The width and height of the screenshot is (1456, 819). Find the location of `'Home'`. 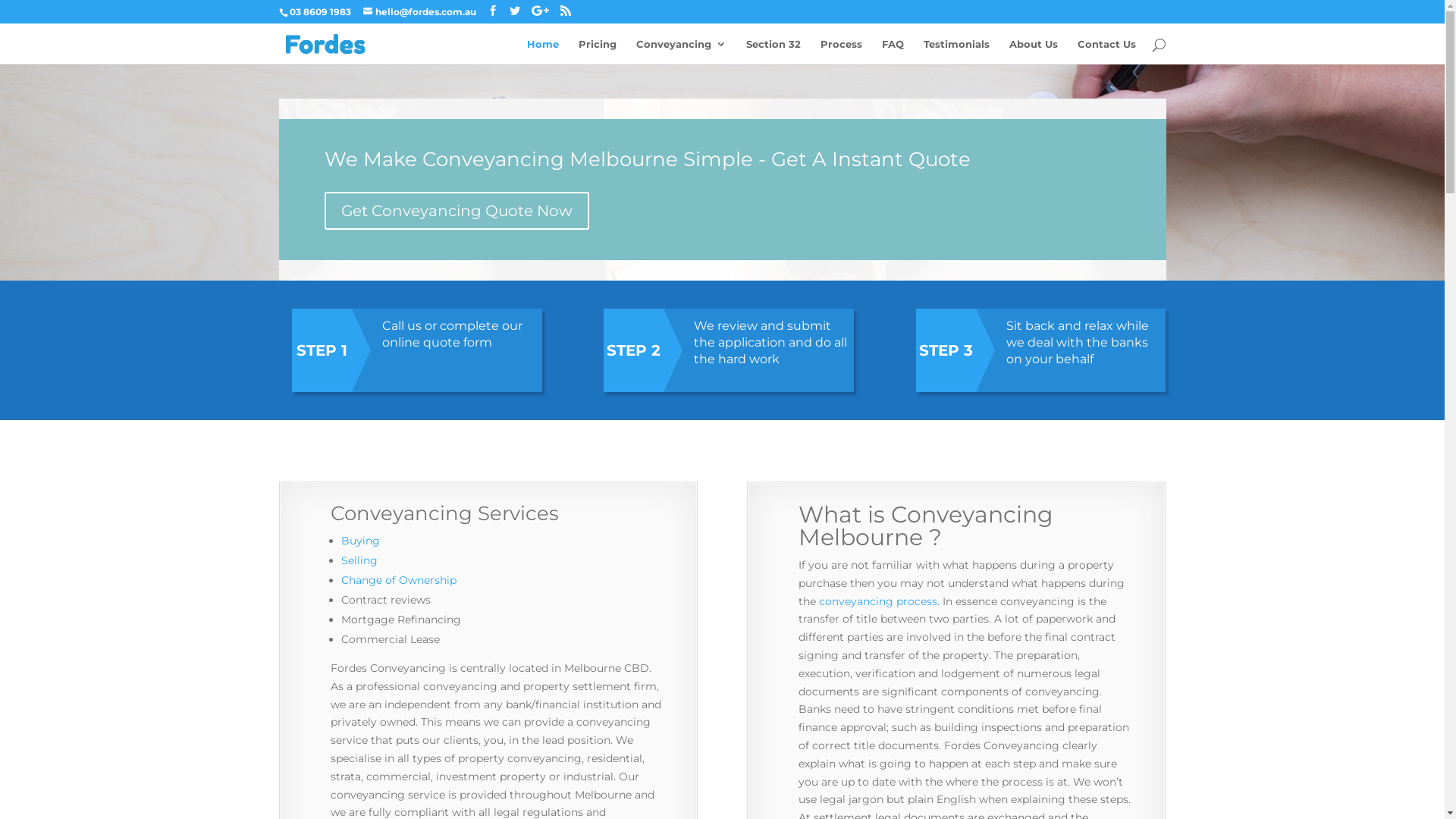

'Home' is located at coordinates (526, 51).